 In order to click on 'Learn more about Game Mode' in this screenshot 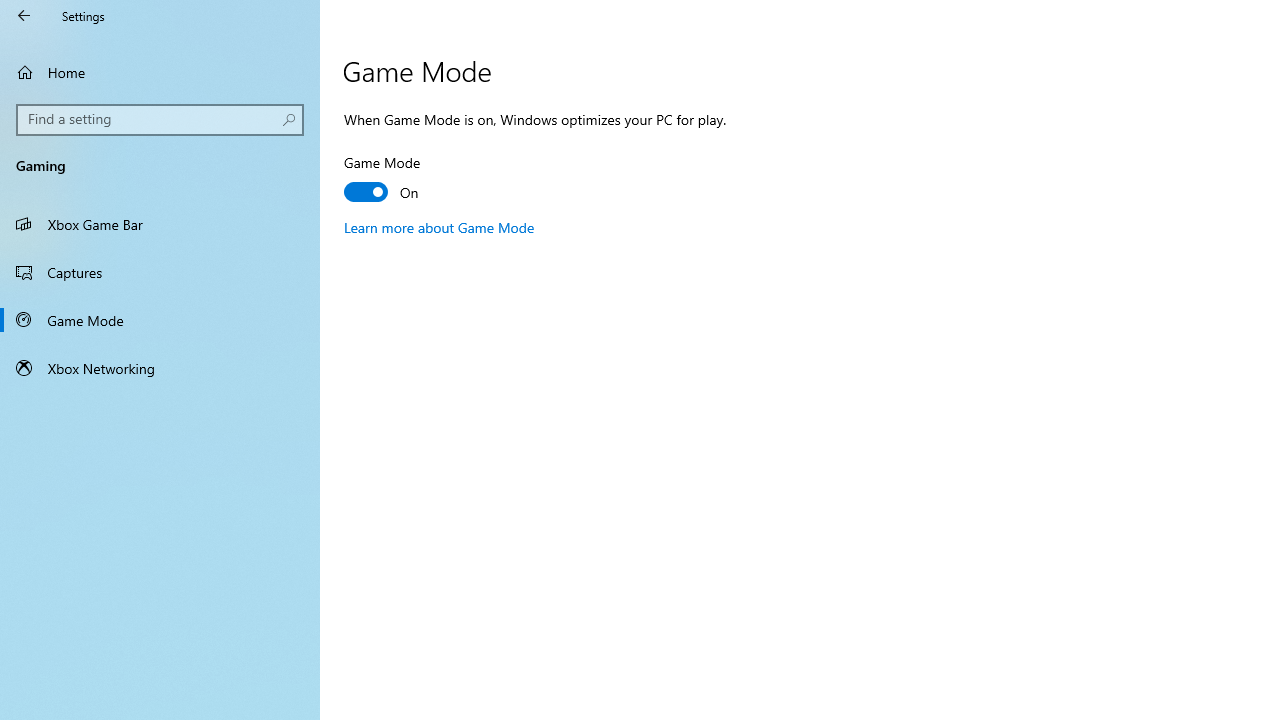, I will do `click(438, 226)`.